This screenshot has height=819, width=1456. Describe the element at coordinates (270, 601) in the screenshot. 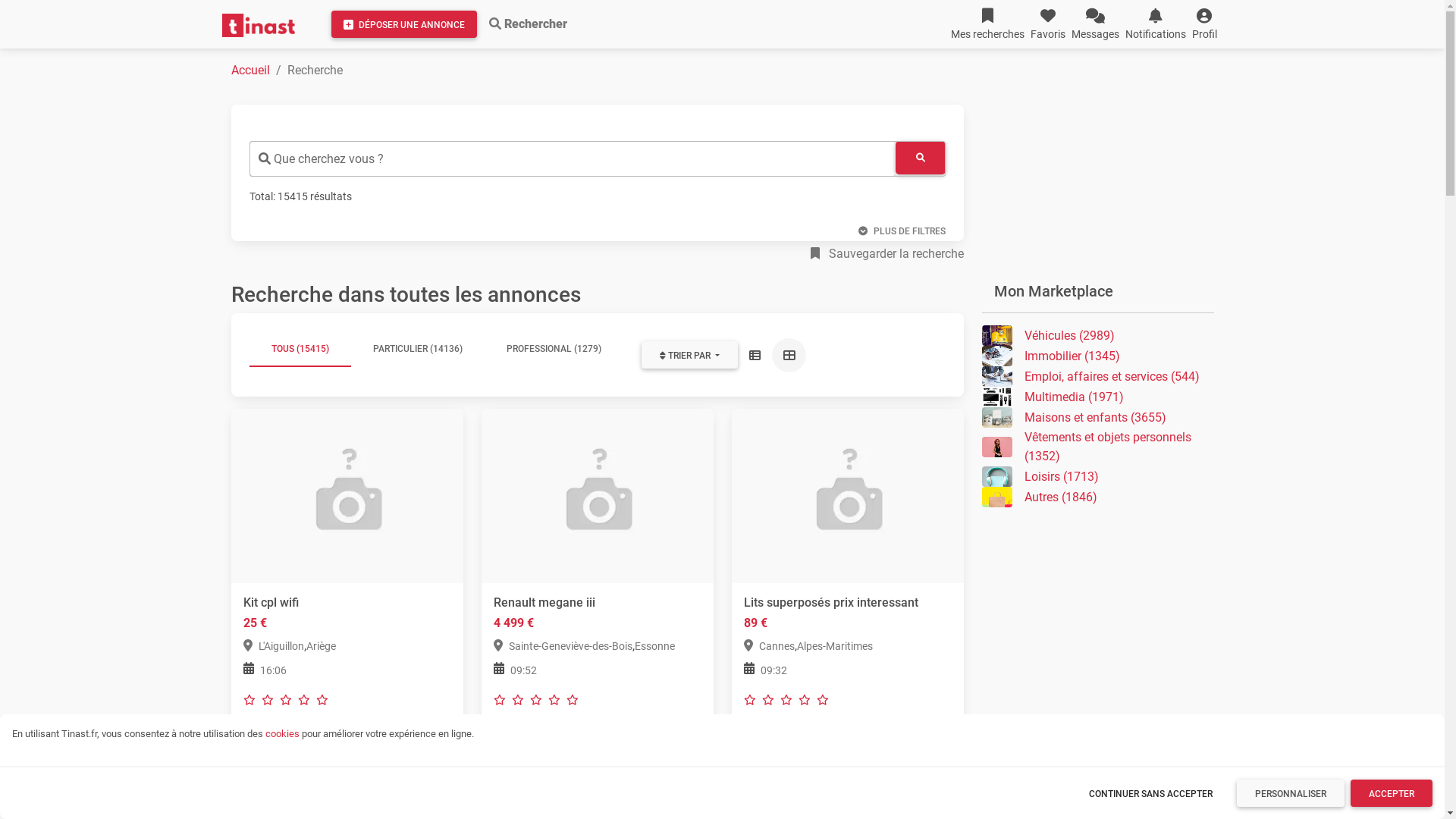

I see `'Kit cpl wifi'` at that location.